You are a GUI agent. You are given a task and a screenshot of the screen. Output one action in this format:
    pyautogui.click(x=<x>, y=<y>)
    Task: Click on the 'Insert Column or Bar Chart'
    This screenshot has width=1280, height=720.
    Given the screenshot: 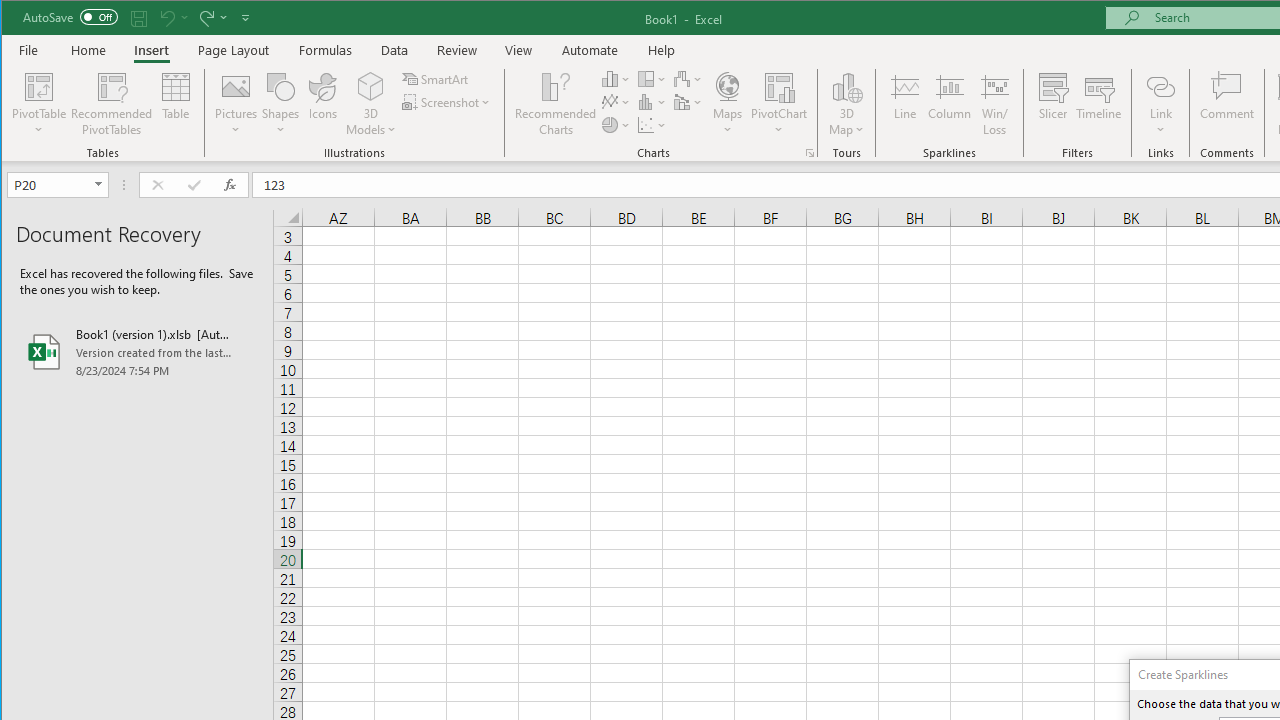 What is the action you would take?
    pyautogui.click(x=615, y=78)
    